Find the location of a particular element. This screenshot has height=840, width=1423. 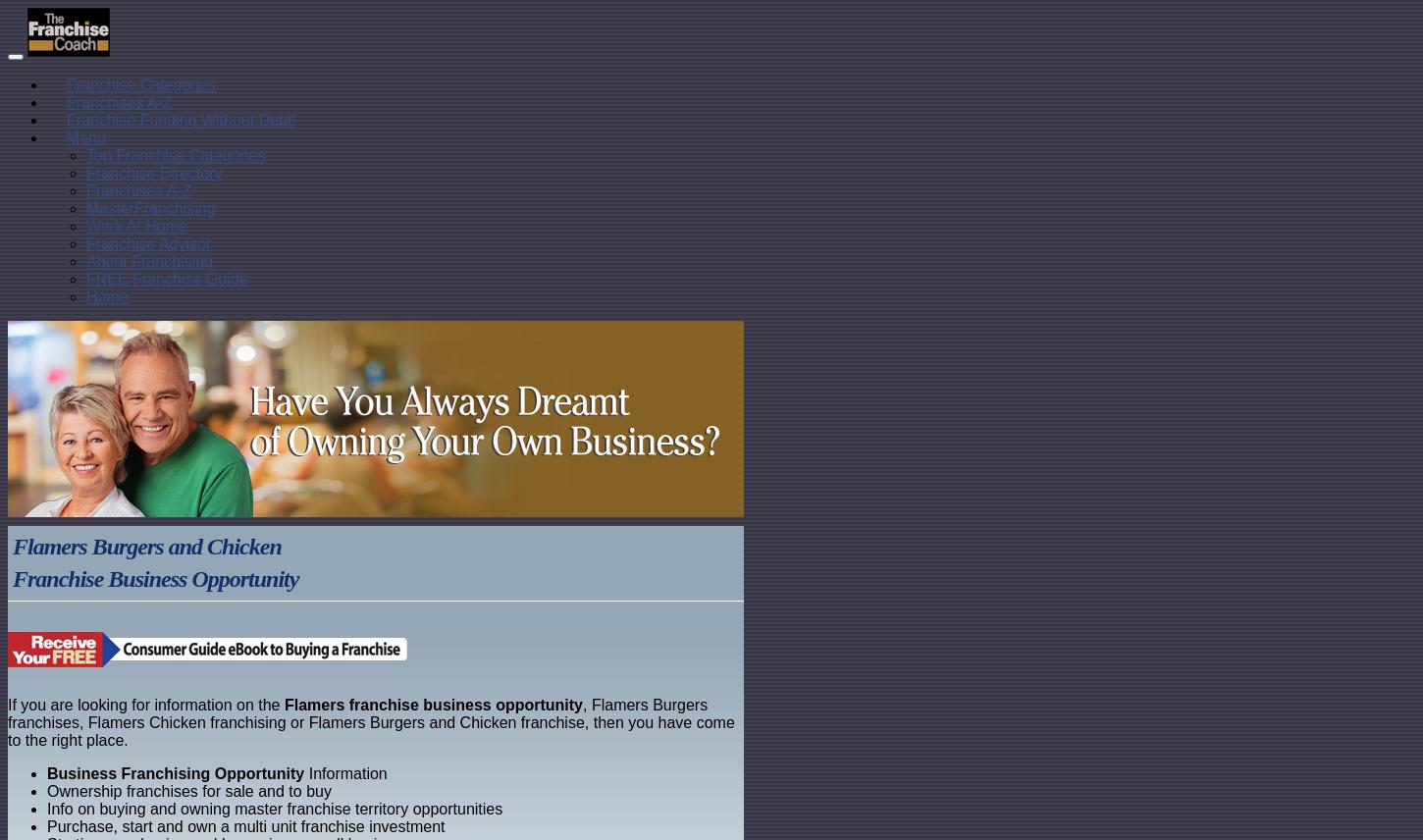

'Franchise Funding Without Debt!' is located at coordinates (180, 119).